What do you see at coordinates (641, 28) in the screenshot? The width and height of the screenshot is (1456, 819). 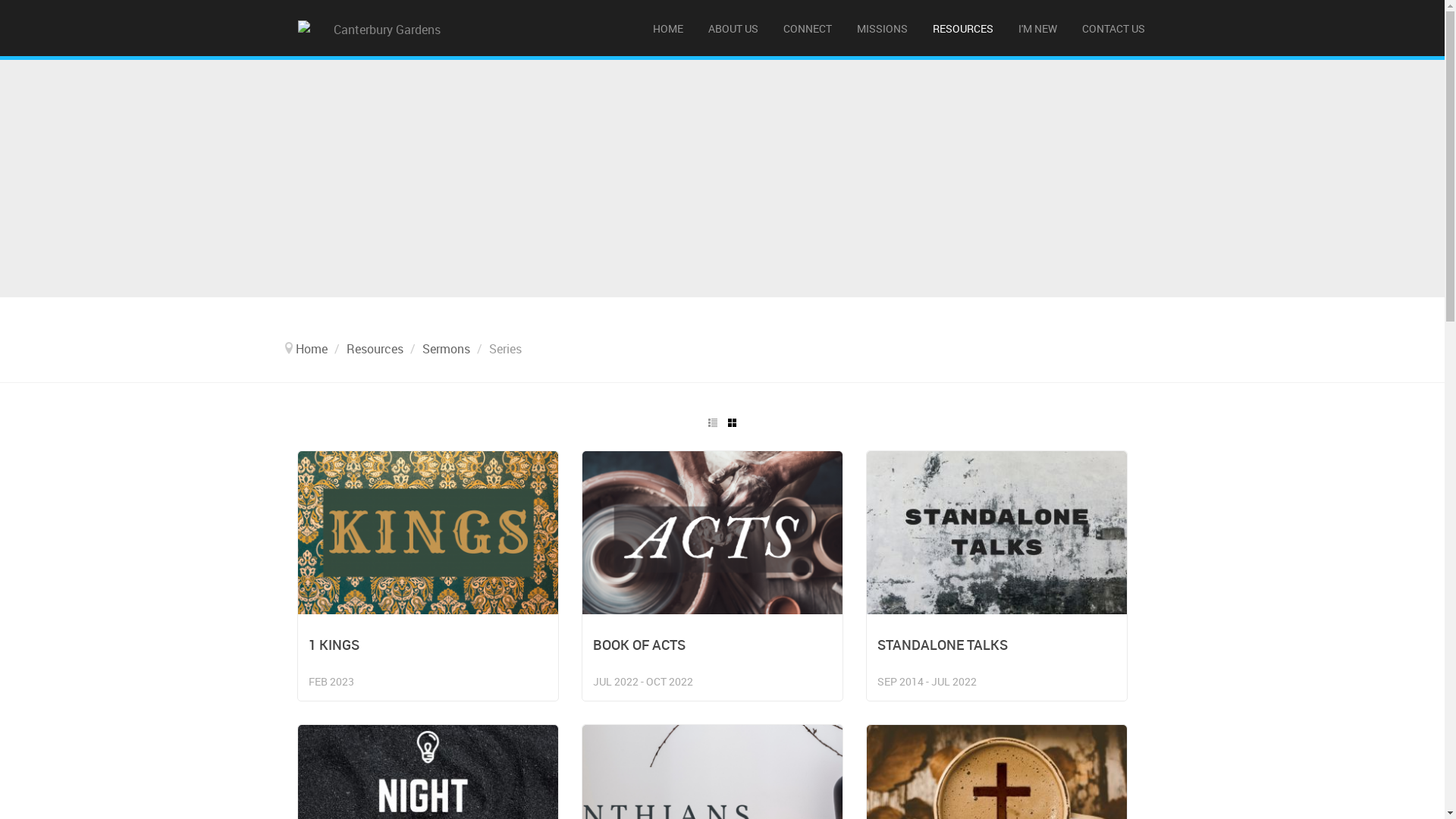 I see `'HOME'` at bounding box center [641, 28].